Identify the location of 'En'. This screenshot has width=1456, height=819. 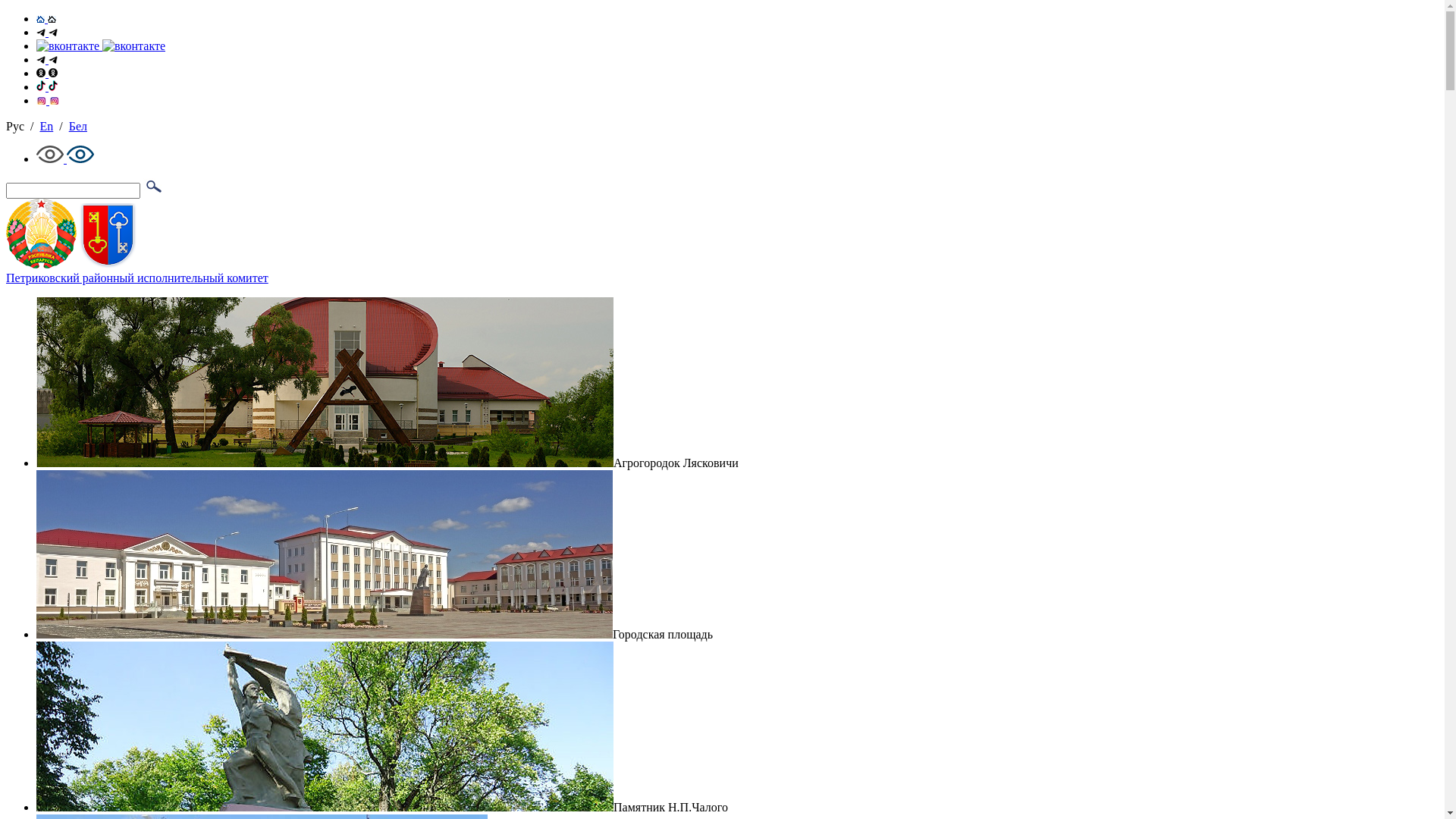
(46, 125).